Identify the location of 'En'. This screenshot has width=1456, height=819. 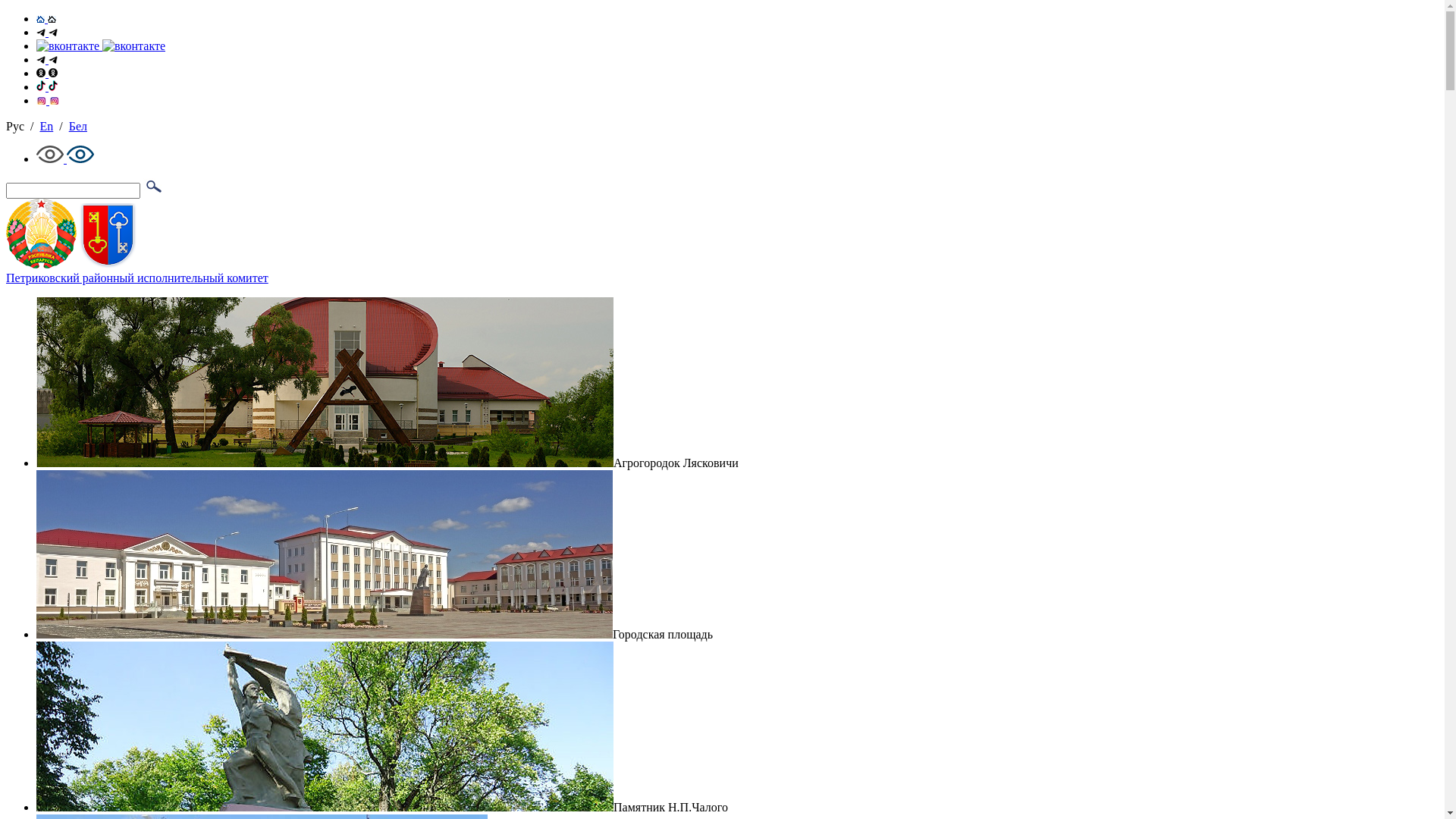
(46, 125).